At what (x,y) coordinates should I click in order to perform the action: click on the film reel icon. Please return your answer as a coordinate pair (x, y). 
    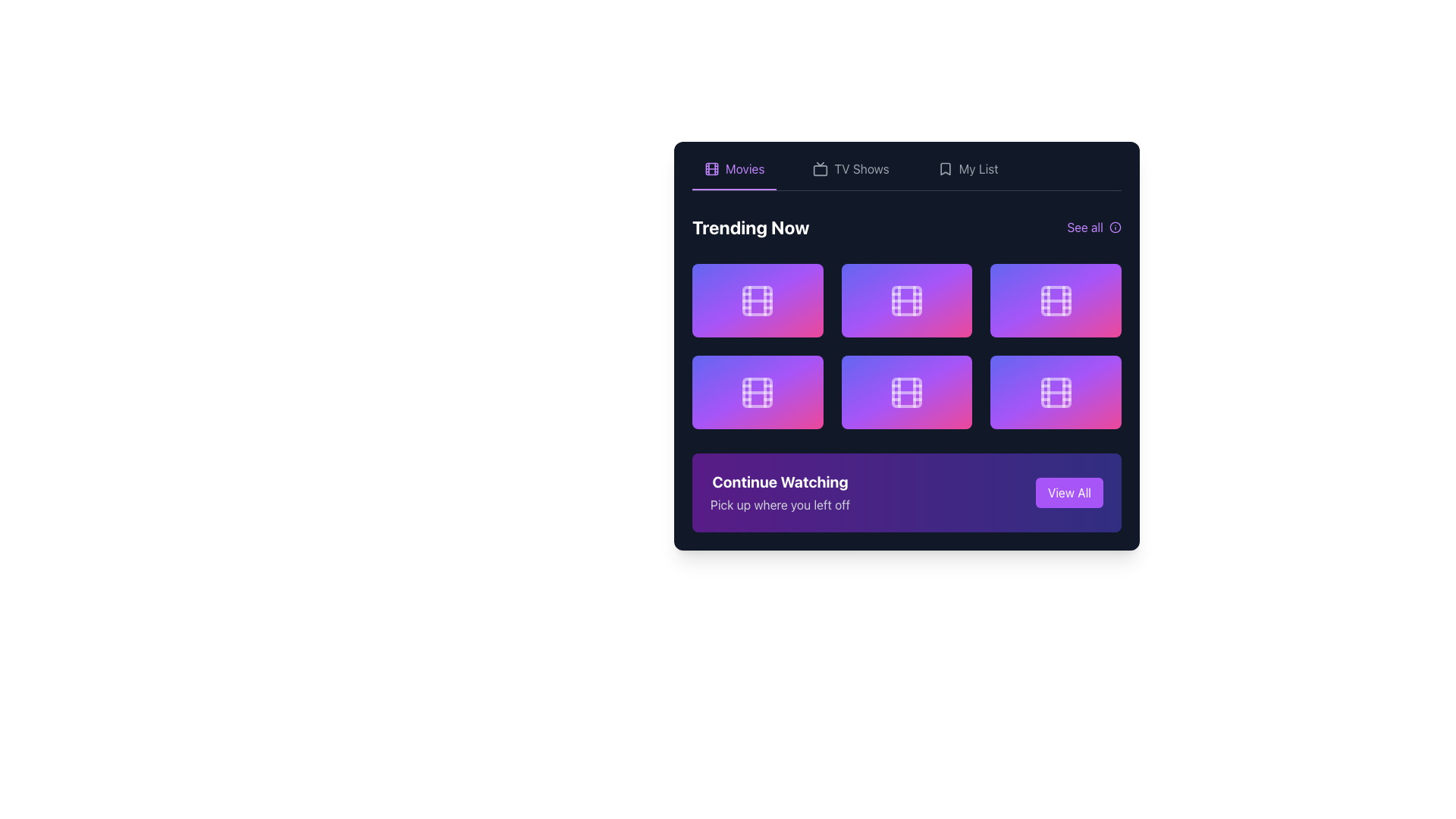
    Looking at the image, I should click on (1055, 391).